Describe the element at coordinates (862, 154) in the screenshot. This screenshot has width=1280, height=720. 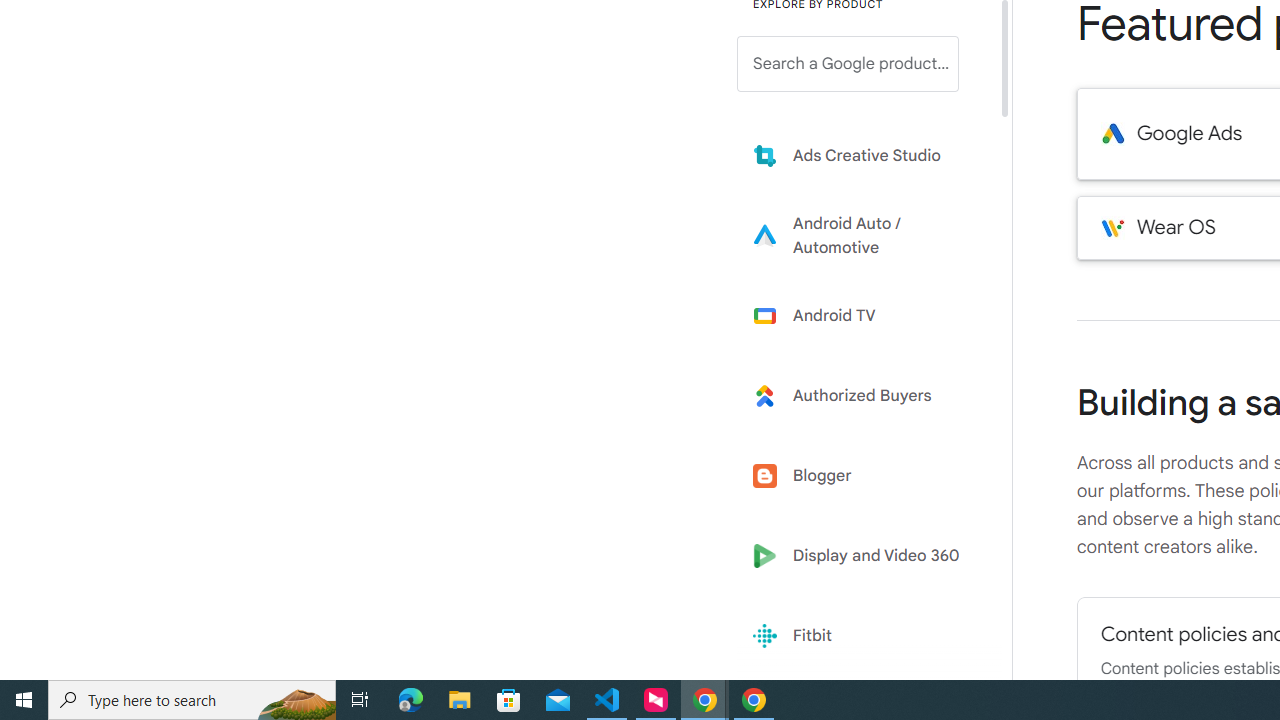
I see `'Learn more about Ads Creative Studio'` at that location.